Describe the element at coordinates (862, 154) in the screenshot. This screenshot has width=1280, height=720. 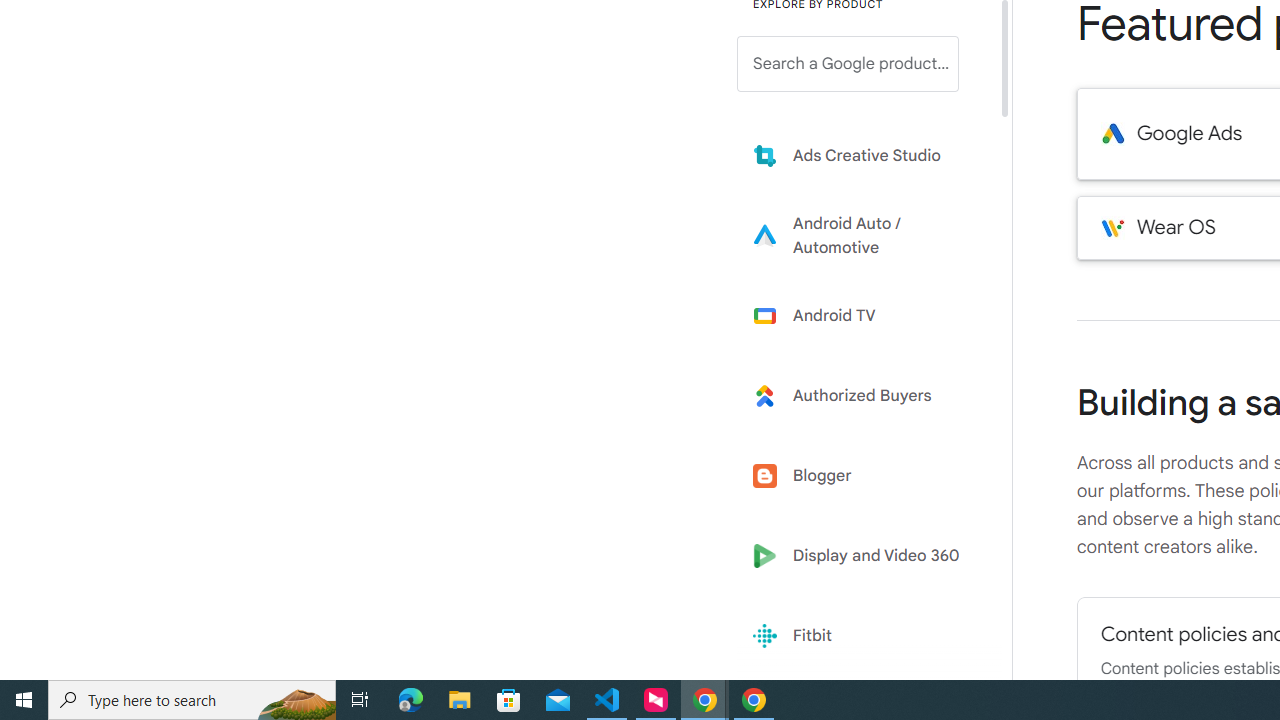
I see `'Learn more about Ads Creative Studio'` at that location.